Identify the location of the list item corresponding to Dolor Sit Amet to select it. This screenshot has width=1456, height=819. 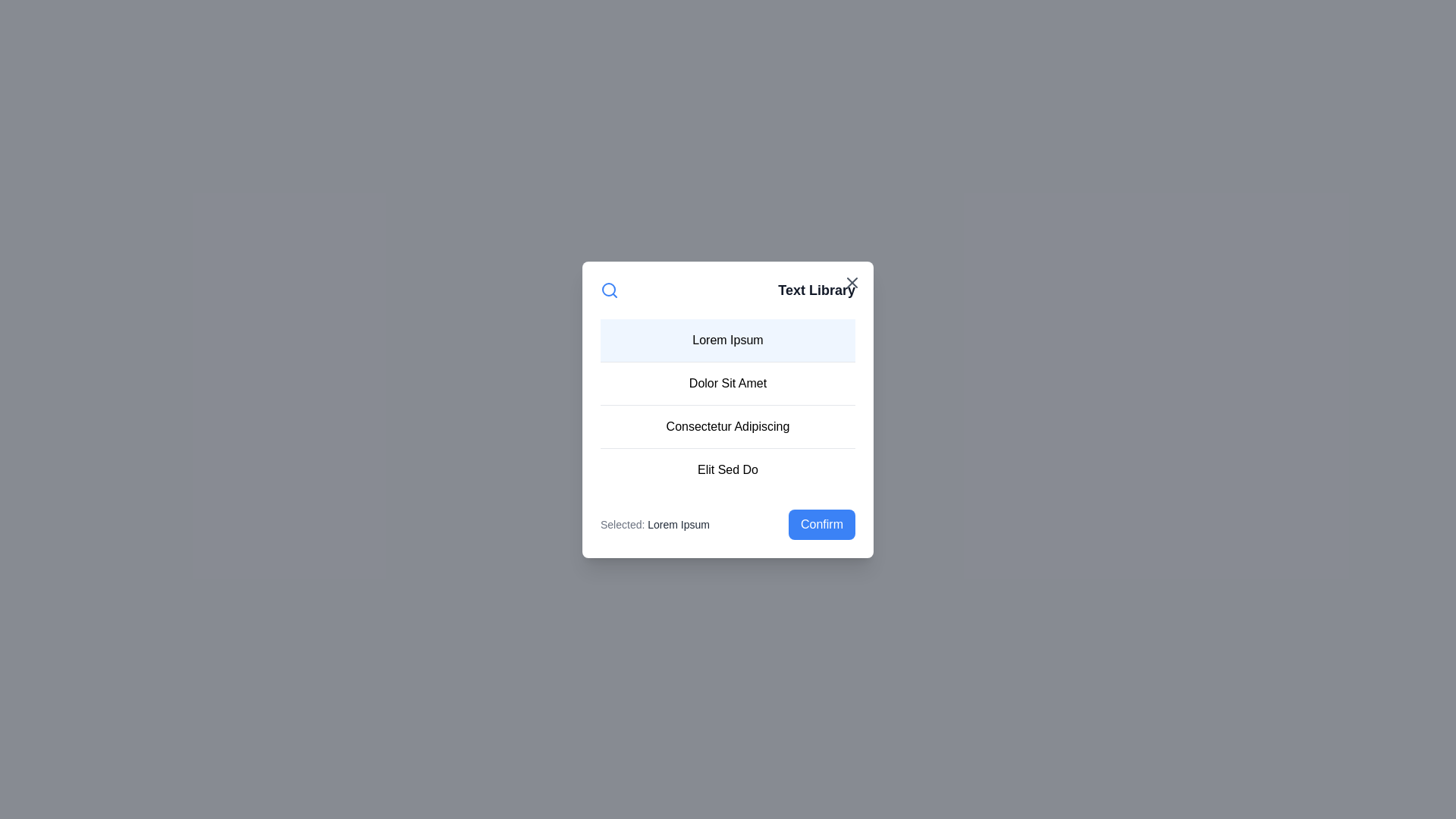
(728, 382).